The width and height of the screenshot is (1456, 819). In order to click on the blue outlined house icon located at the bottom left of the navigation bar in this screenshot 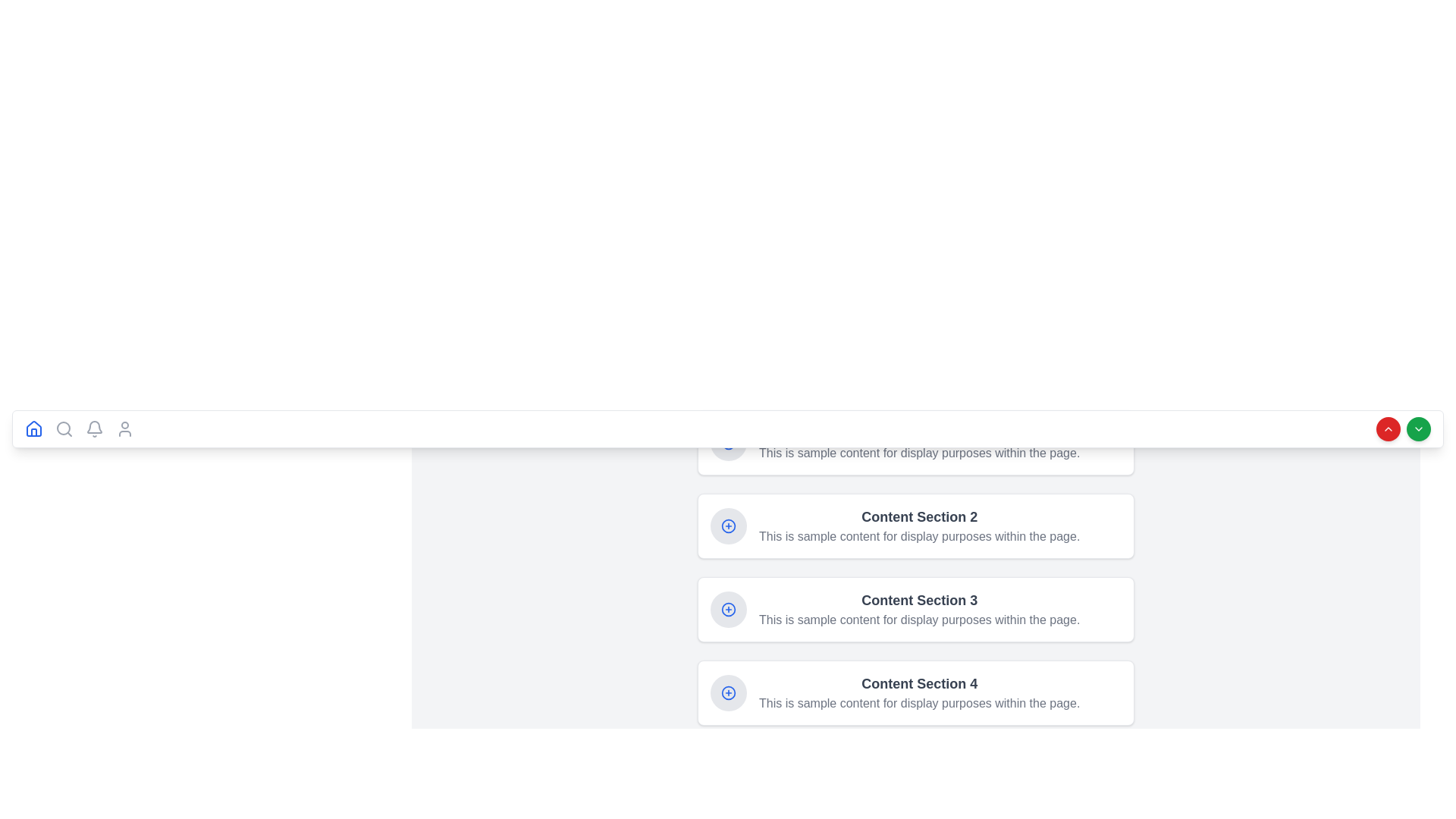, I will do `click(33, 428)`.